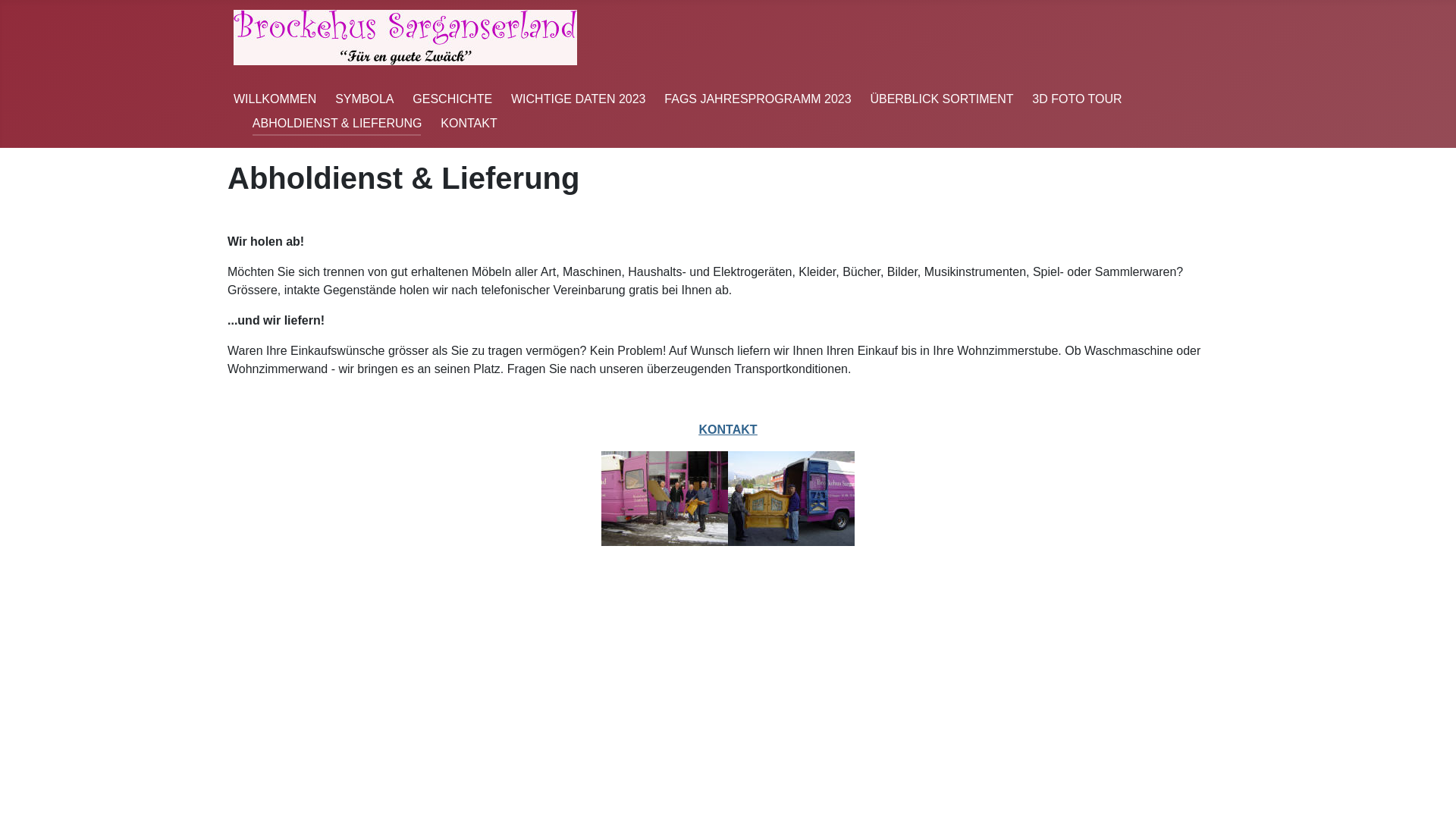 The width and height of the screenshot is (1456, 819). Describe the element at coordinates (275, 99) in the screenshot. I see `'WILLKOMMEN'` at that location.